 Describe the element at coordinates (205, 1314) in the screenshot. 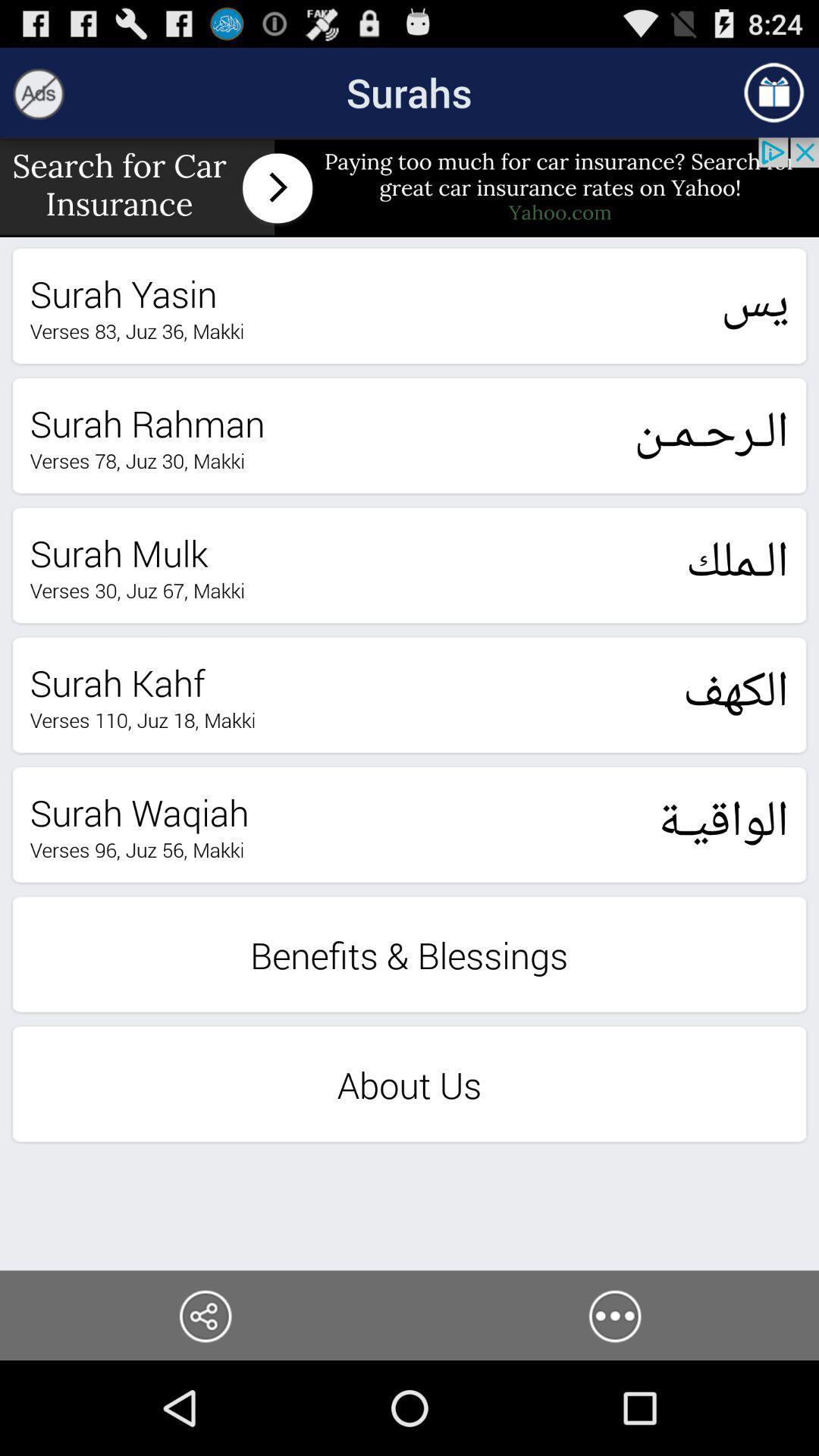

I see `link to` at that location.